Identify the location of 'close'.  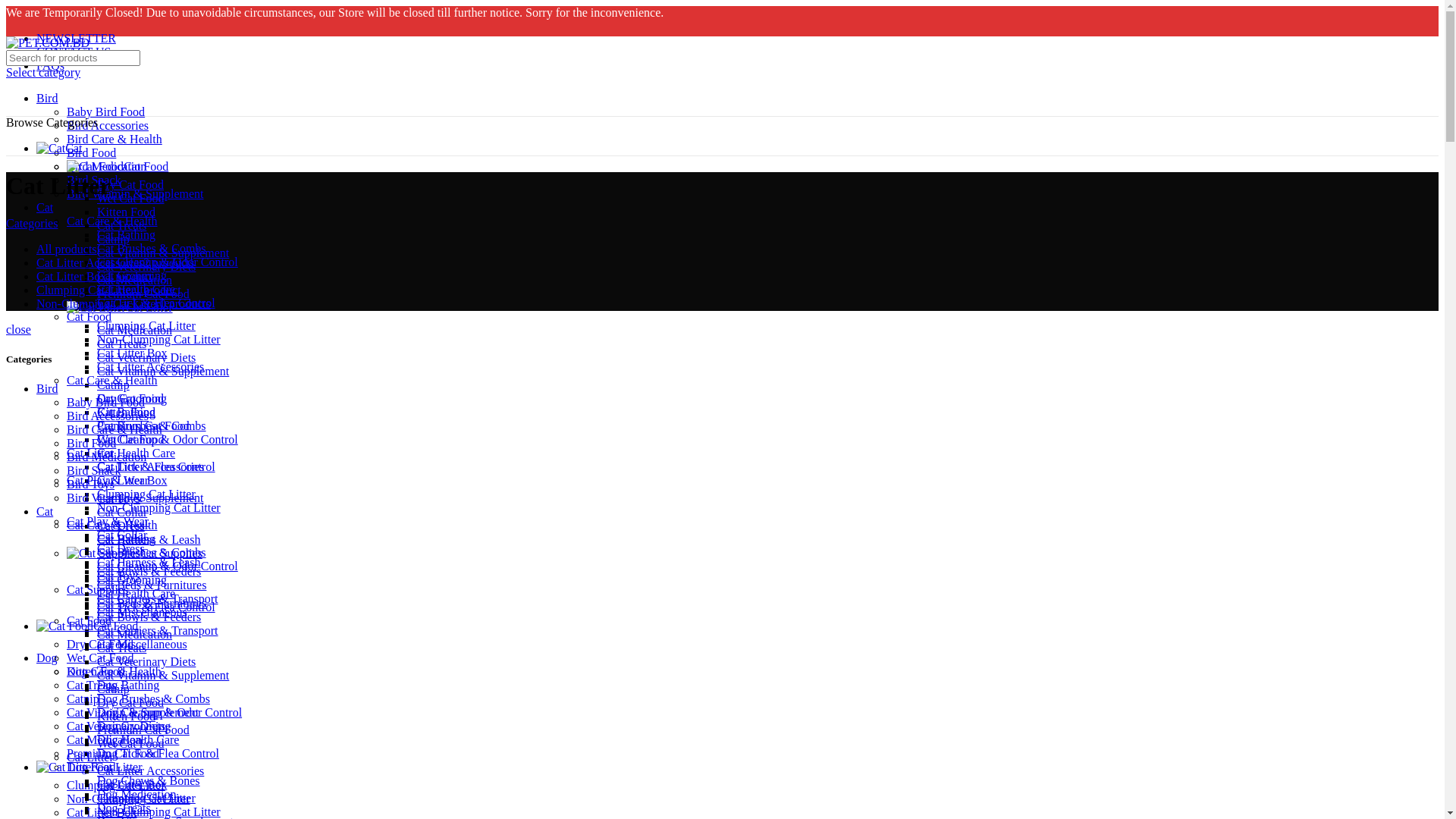
(6, 328).